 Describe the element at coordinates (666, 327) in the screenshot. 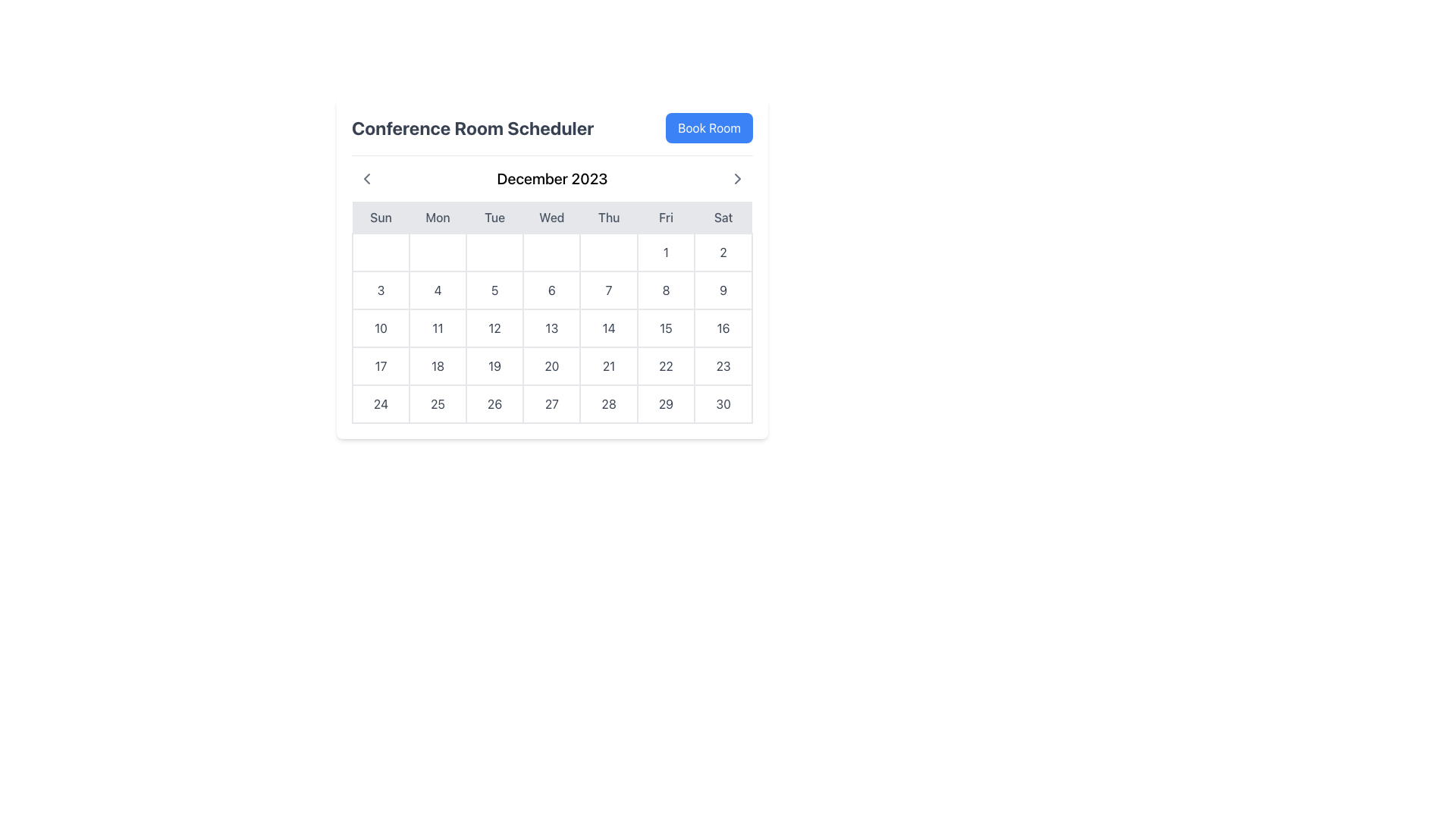

I see `the clickable item representing the 15th day of the month in the calendar grid` at that location.